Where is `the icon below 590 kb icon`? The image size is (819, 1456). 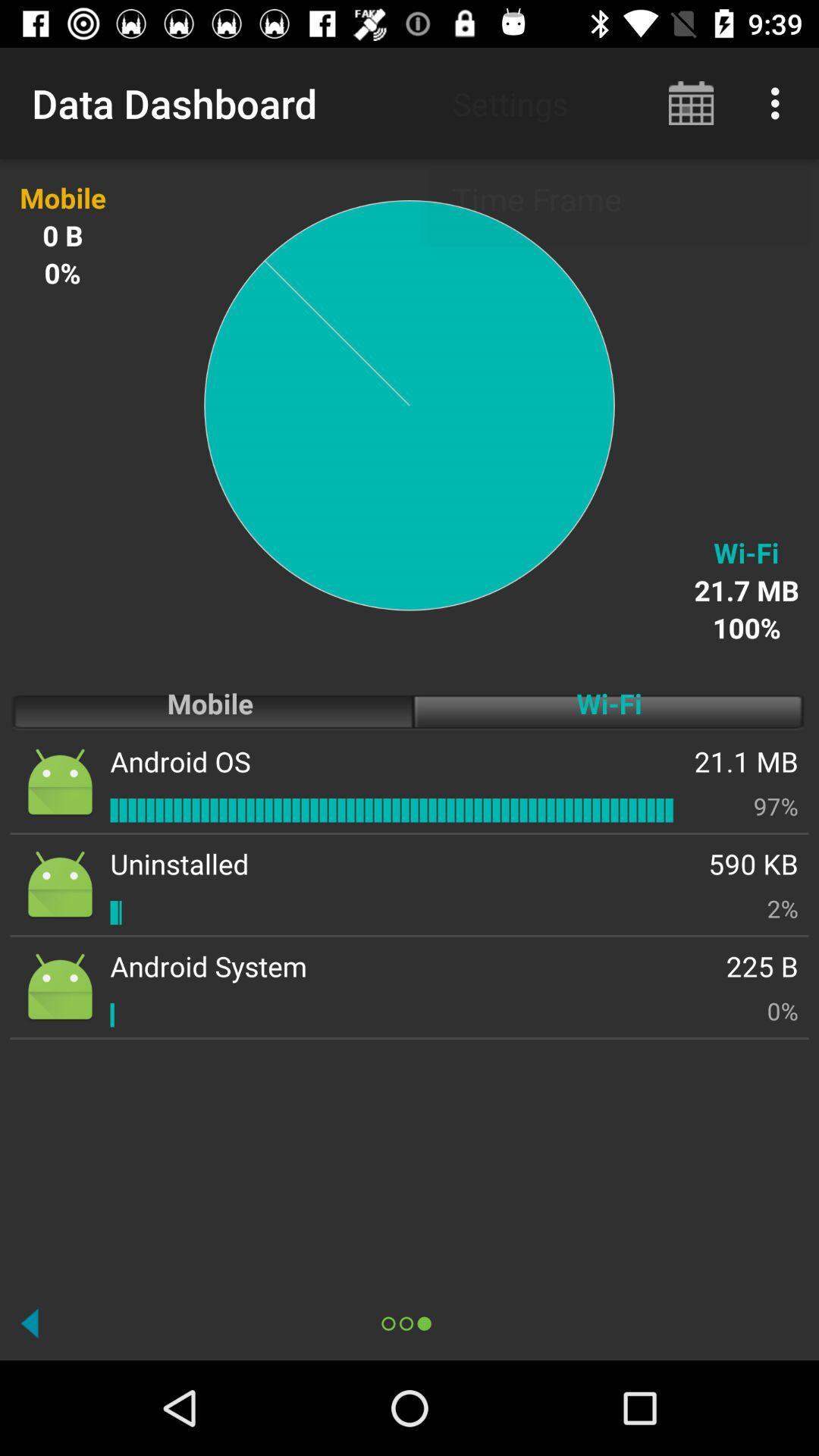
the icon below 590 kb icon is located at coordinates (783, 908).